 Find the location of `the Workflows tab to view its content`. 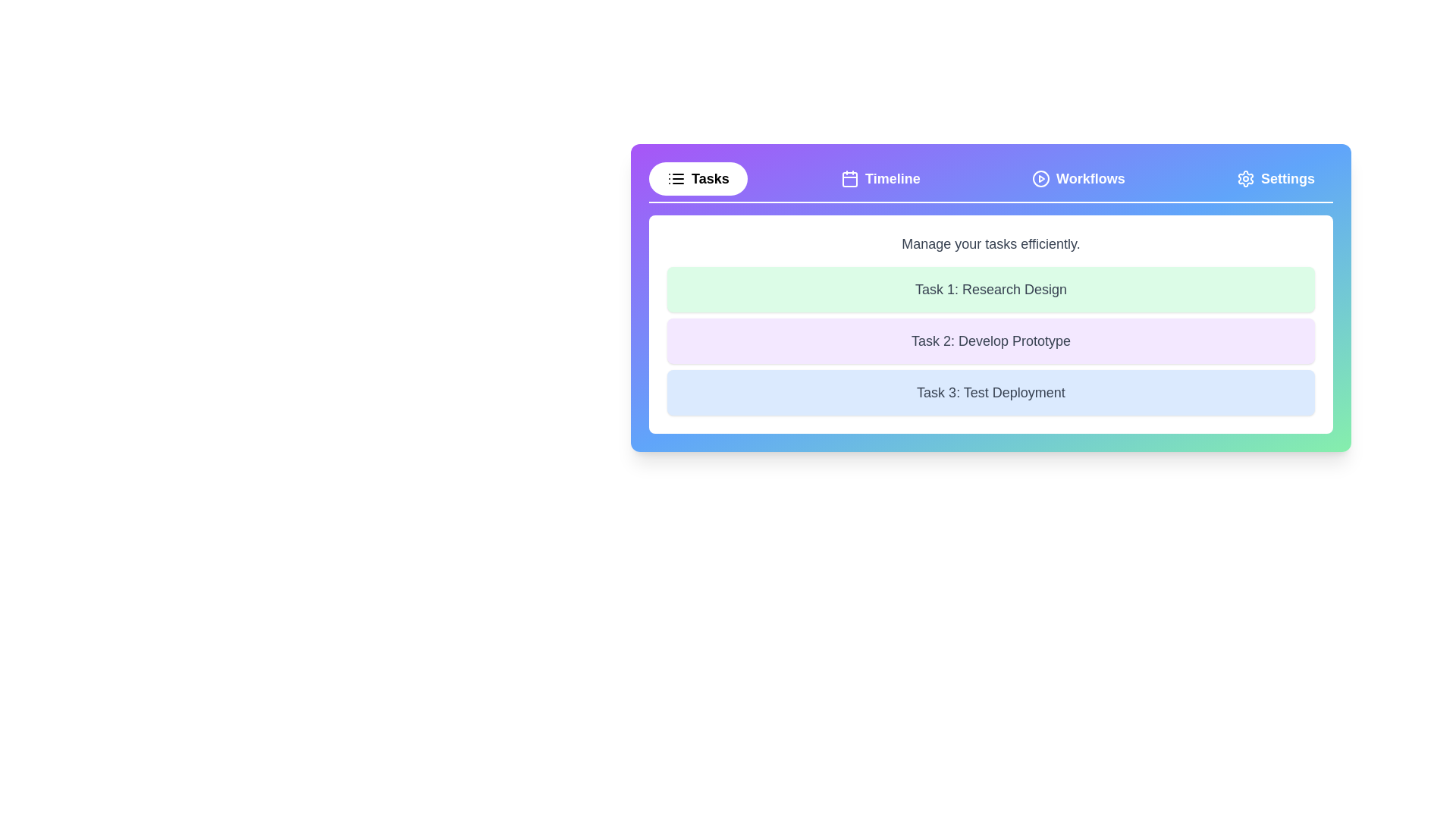

the Workflows tab to view its content is located at coordinates (1077, 177).